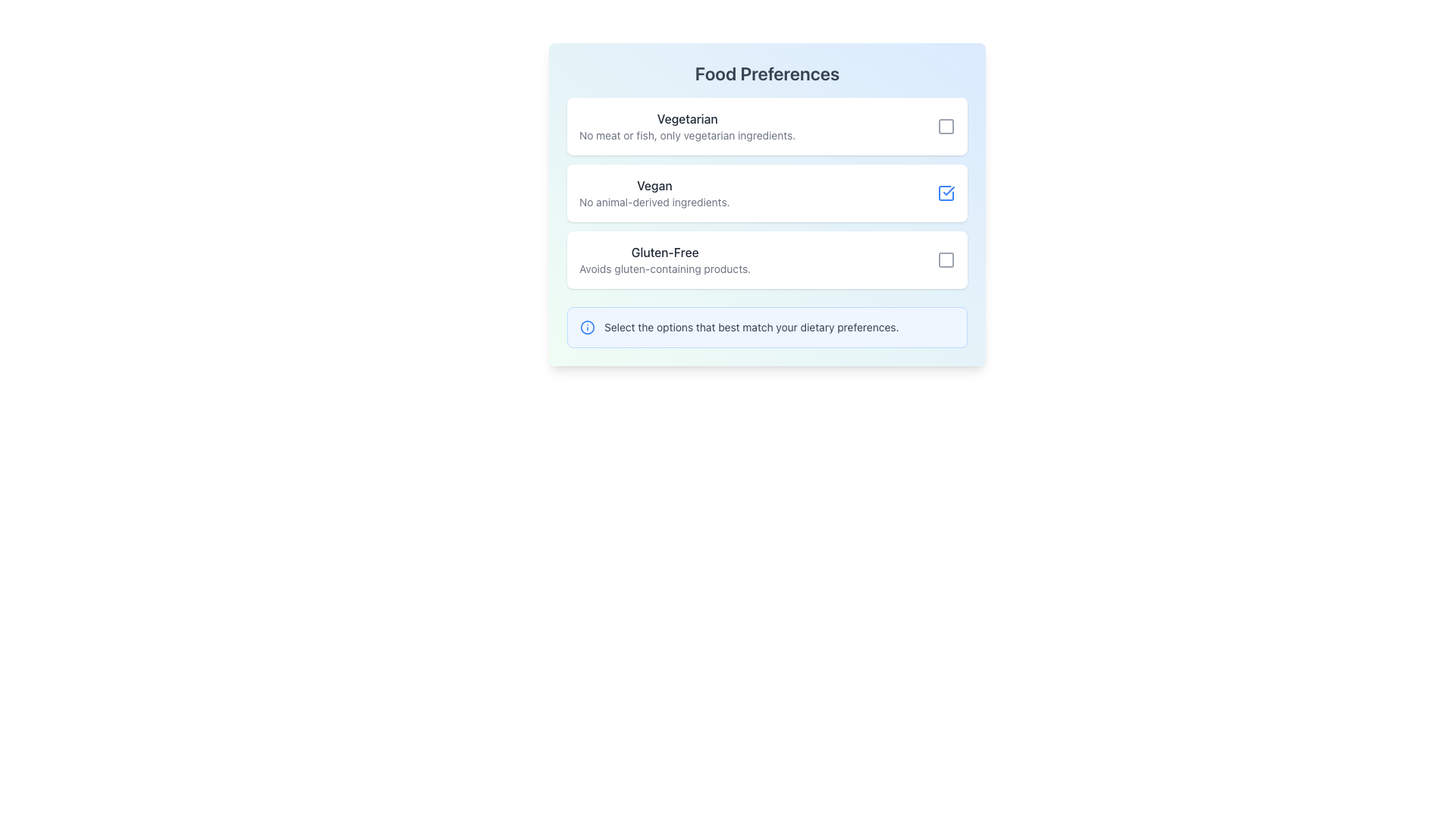 The height and width of the screenshot is (819, 1456). I want to click on descriptive text label stating 'No meat or fish, only vegetarian ingredients.' which is located below the bolded label 'Vegetarian' in the food preferences card, so click(686, 134).